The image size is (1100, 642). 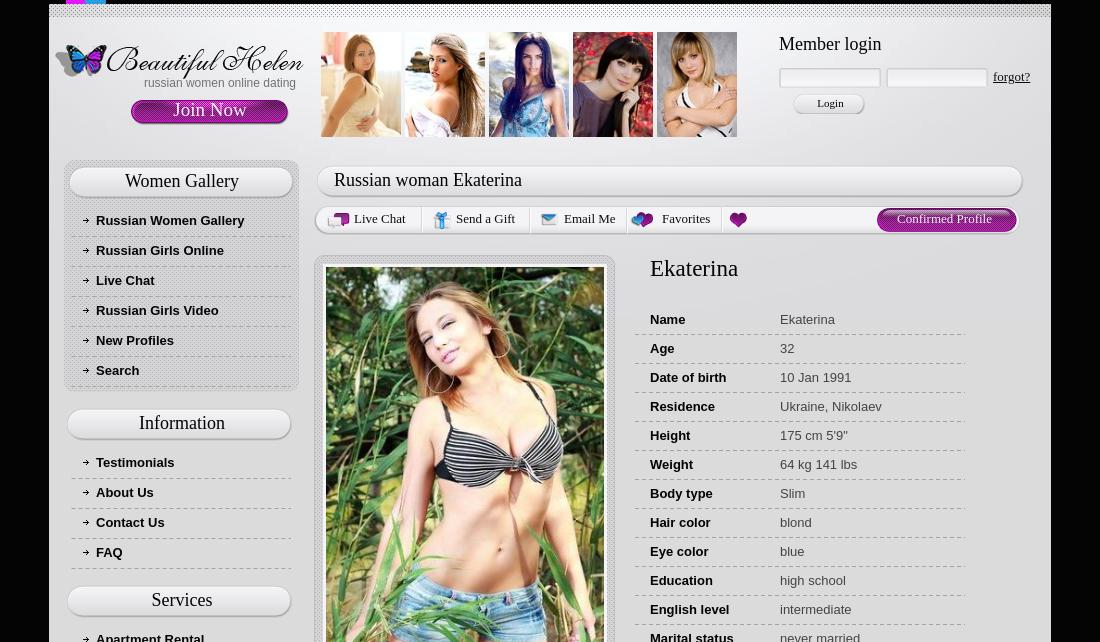 What do you see at coordinates (828, 43) in the screenshot?
I see `'Member login'` at bounding box center [828, 43].